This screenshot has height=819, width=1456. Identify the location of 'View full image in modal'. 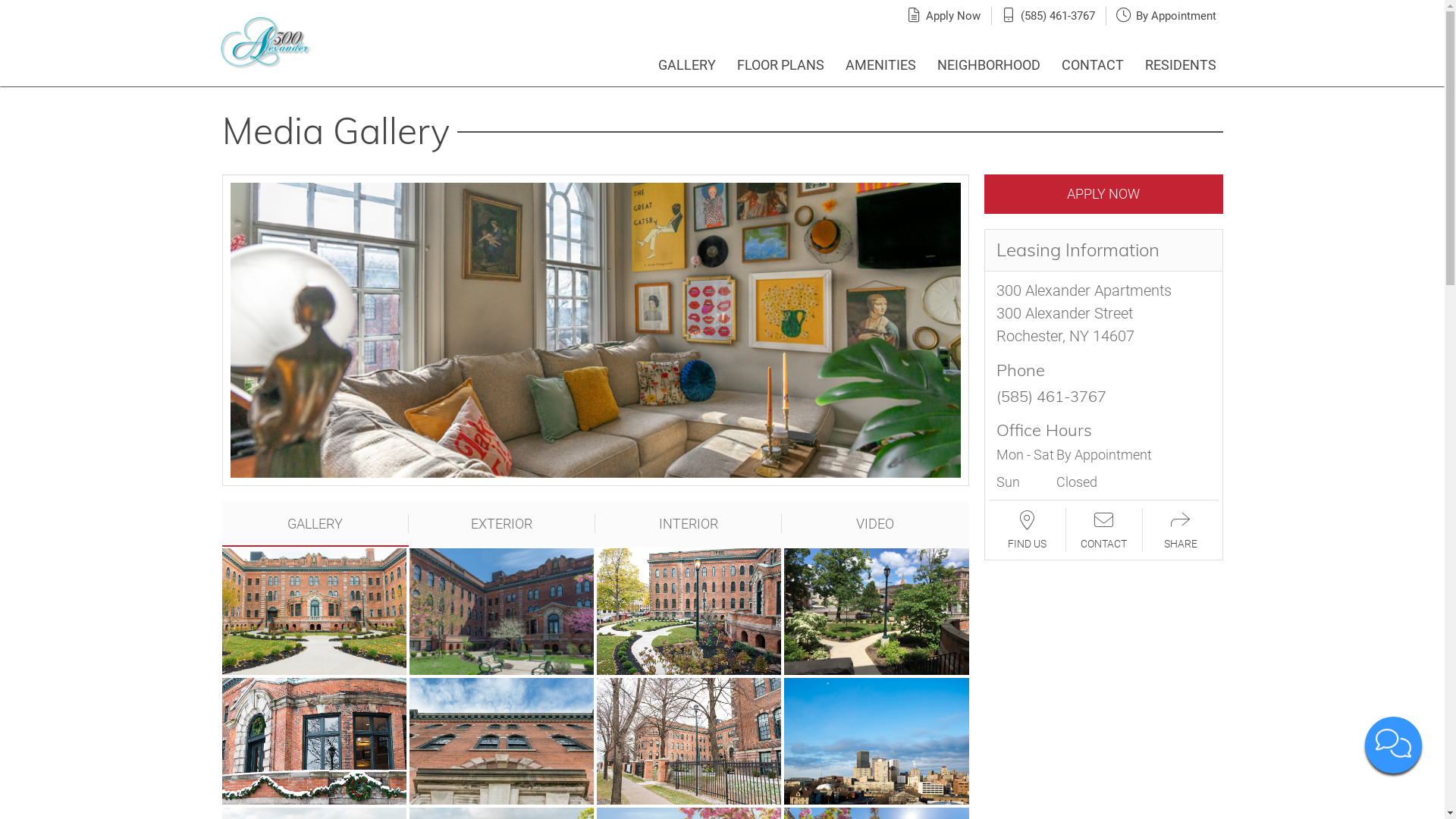
(312, 610).